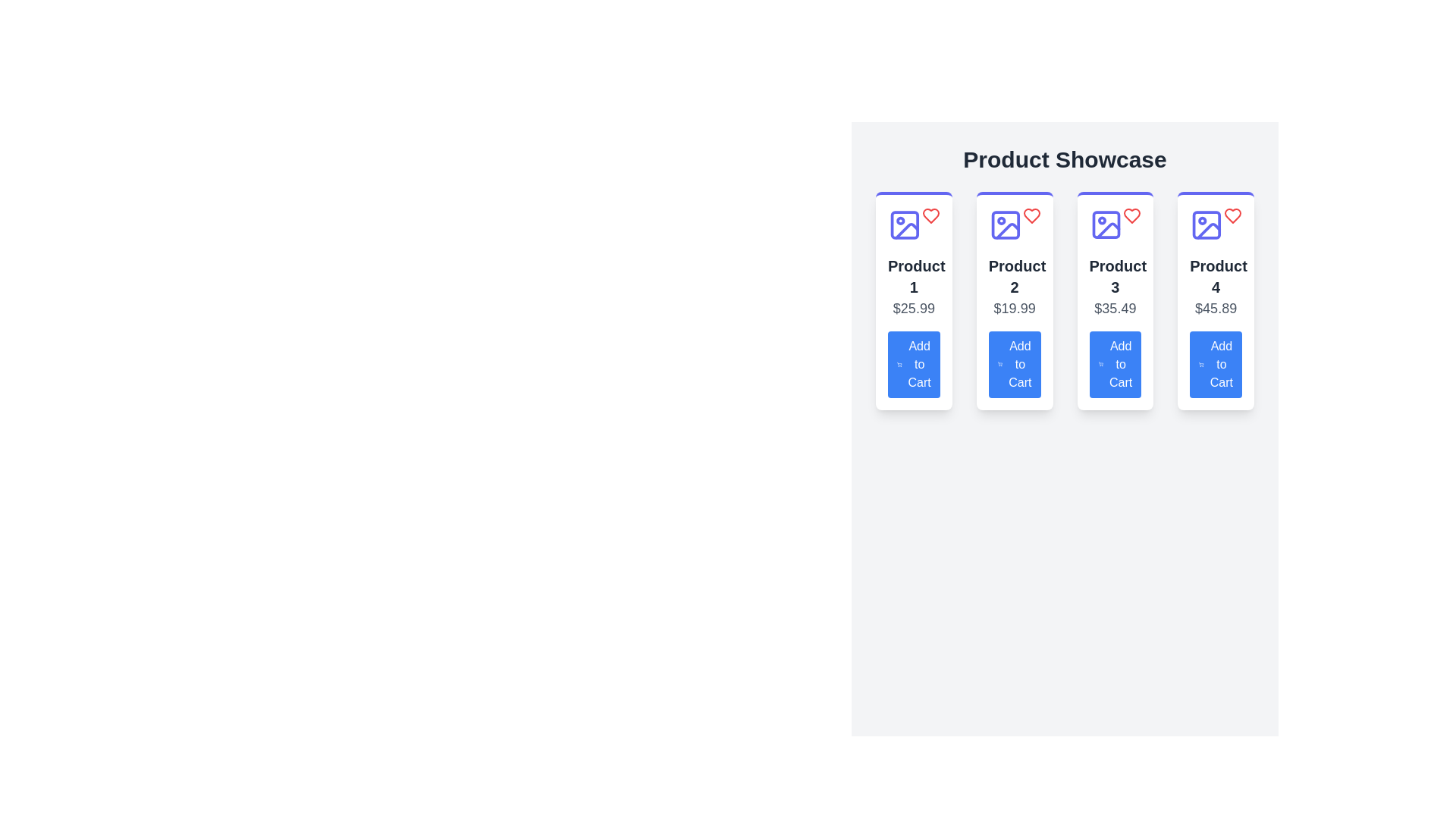 The width and height of the screenshot is (1456, 819). What do you see at coordinates (1216, 308) in the screenshot?
I see `the price display for 'Product 4', which is located in the card layout between the title and the 'Add to Cart' button` at bounding box center [1216, 308].